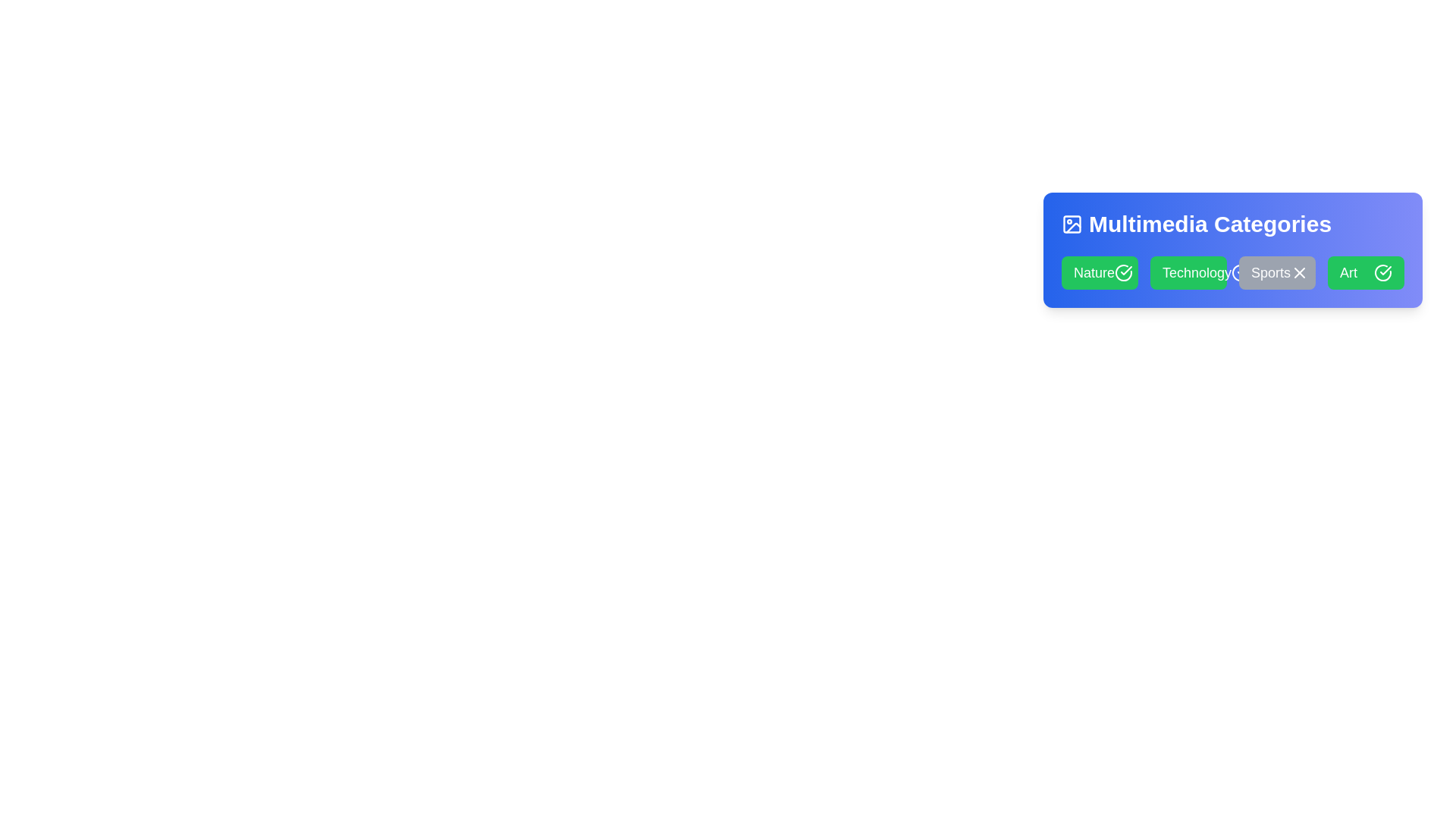 This screenshot has width=1456, height=819. Describe the element at coordinates (1188, 271) in the screenshot. I see `the 'Technology' category button, which is the second button in a grid layout under the 'Multimedia Categories' header` at that location.